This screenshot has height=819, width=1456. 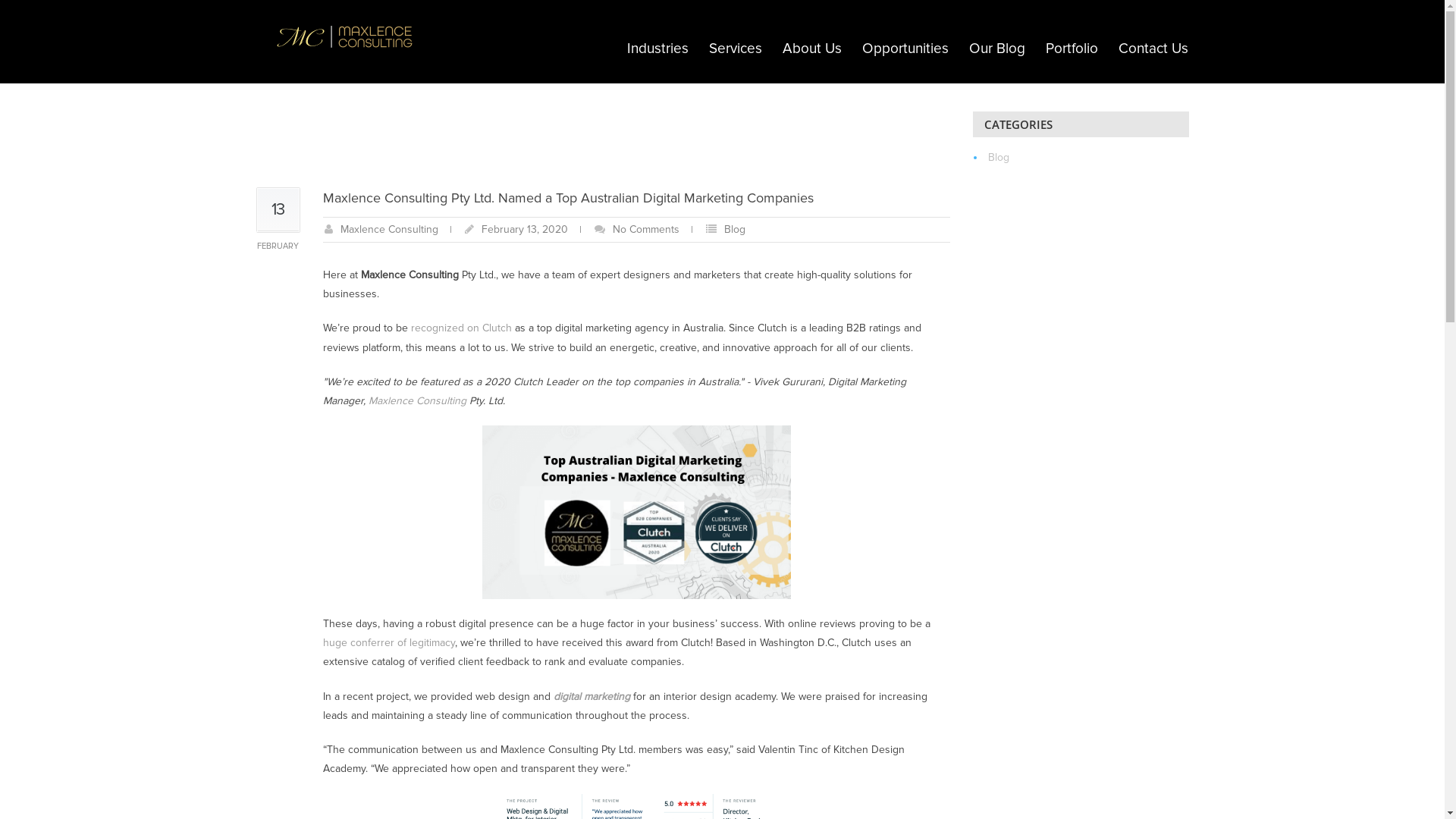 What do you see at coordinates (612, 229) in the screenshot?
I see `'No Comments'` at bounding box center [612, 229].